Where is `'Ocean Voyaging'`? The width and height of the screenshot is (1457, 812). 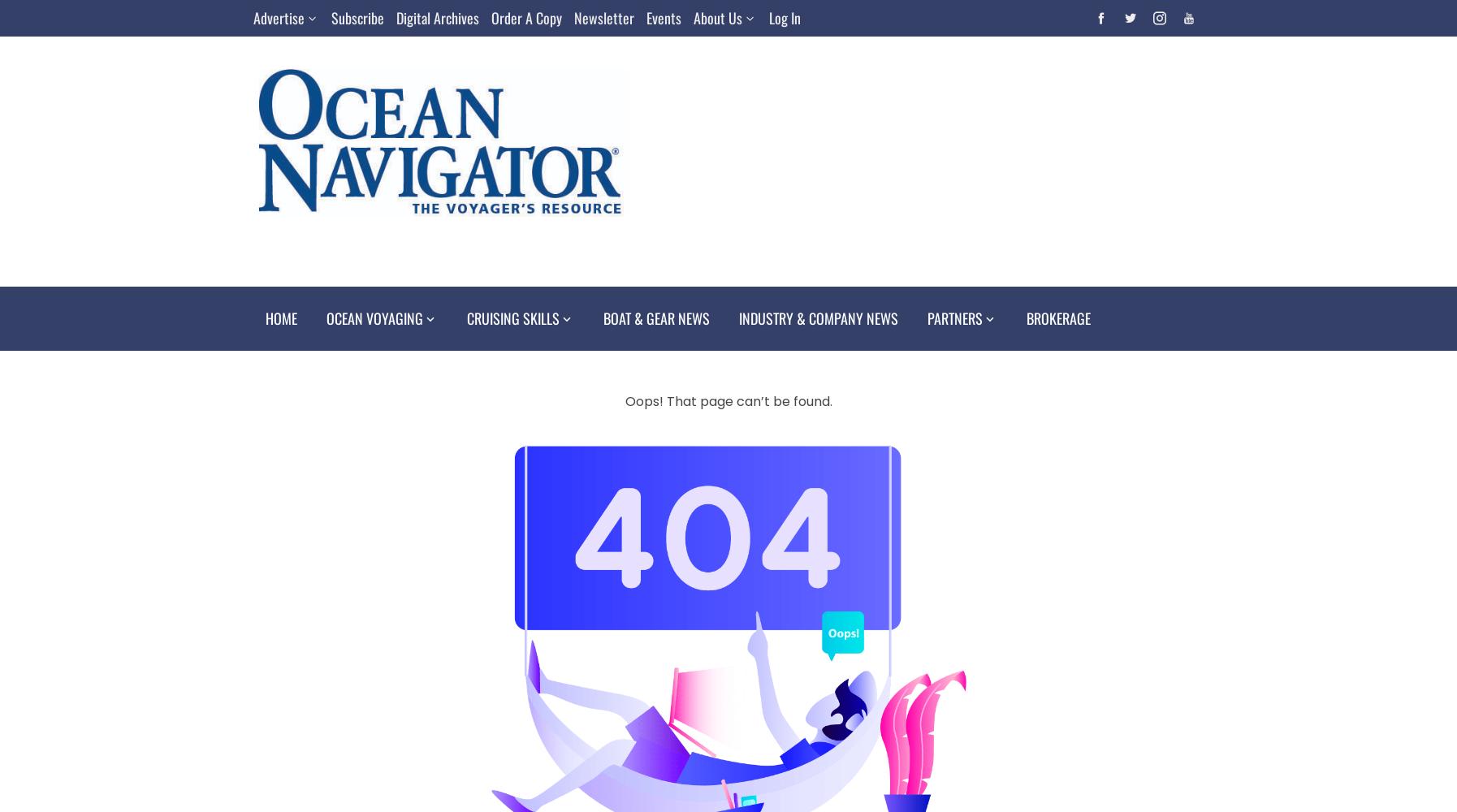
'Ocean Voyaging' is located at coordinates (326, 318).